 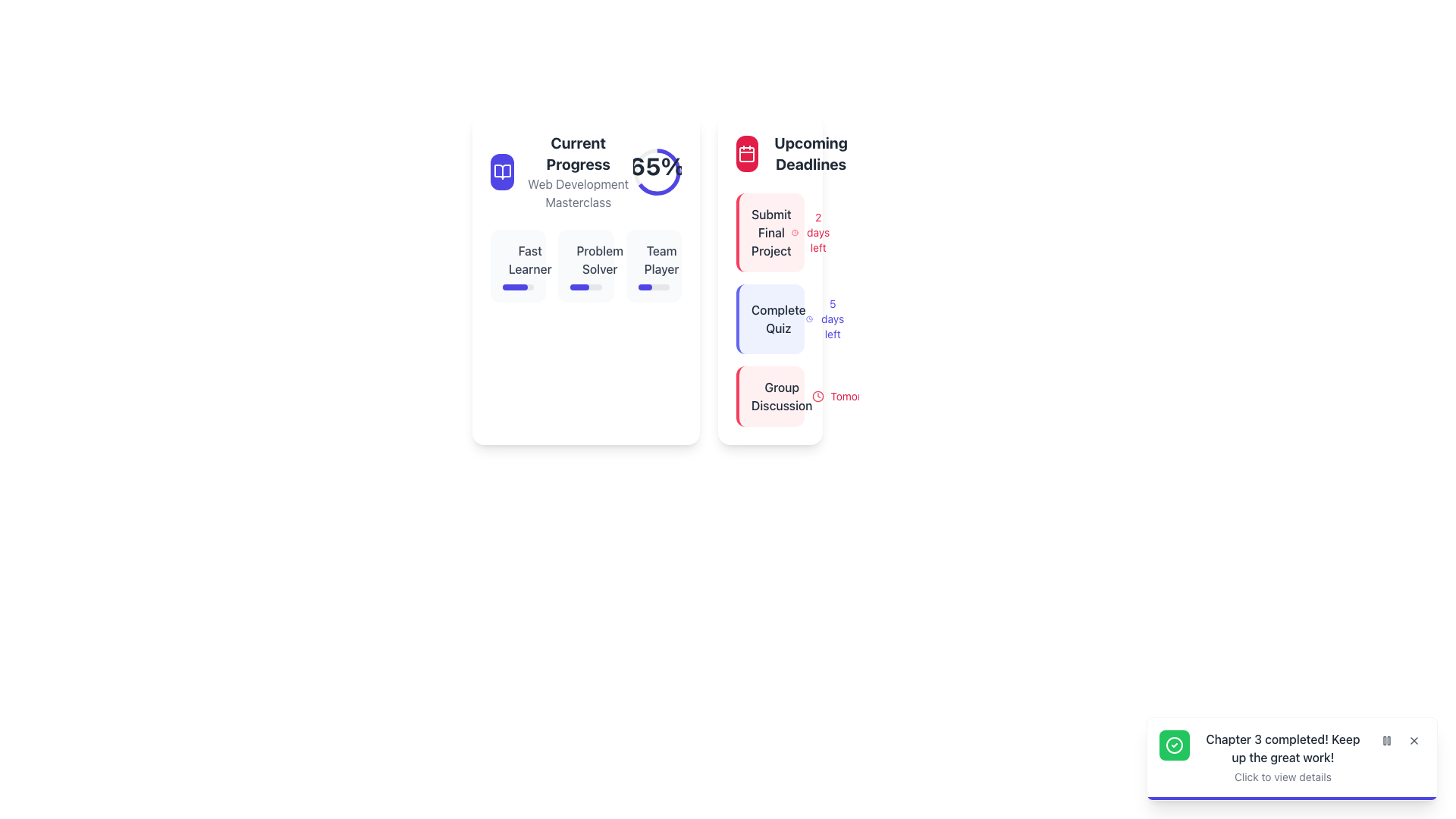 I want to click on the indigo progress bar that represents 45% progress, located under the 'Team Player' label in the 'Current Progress' section, so click(x=645, y=287).